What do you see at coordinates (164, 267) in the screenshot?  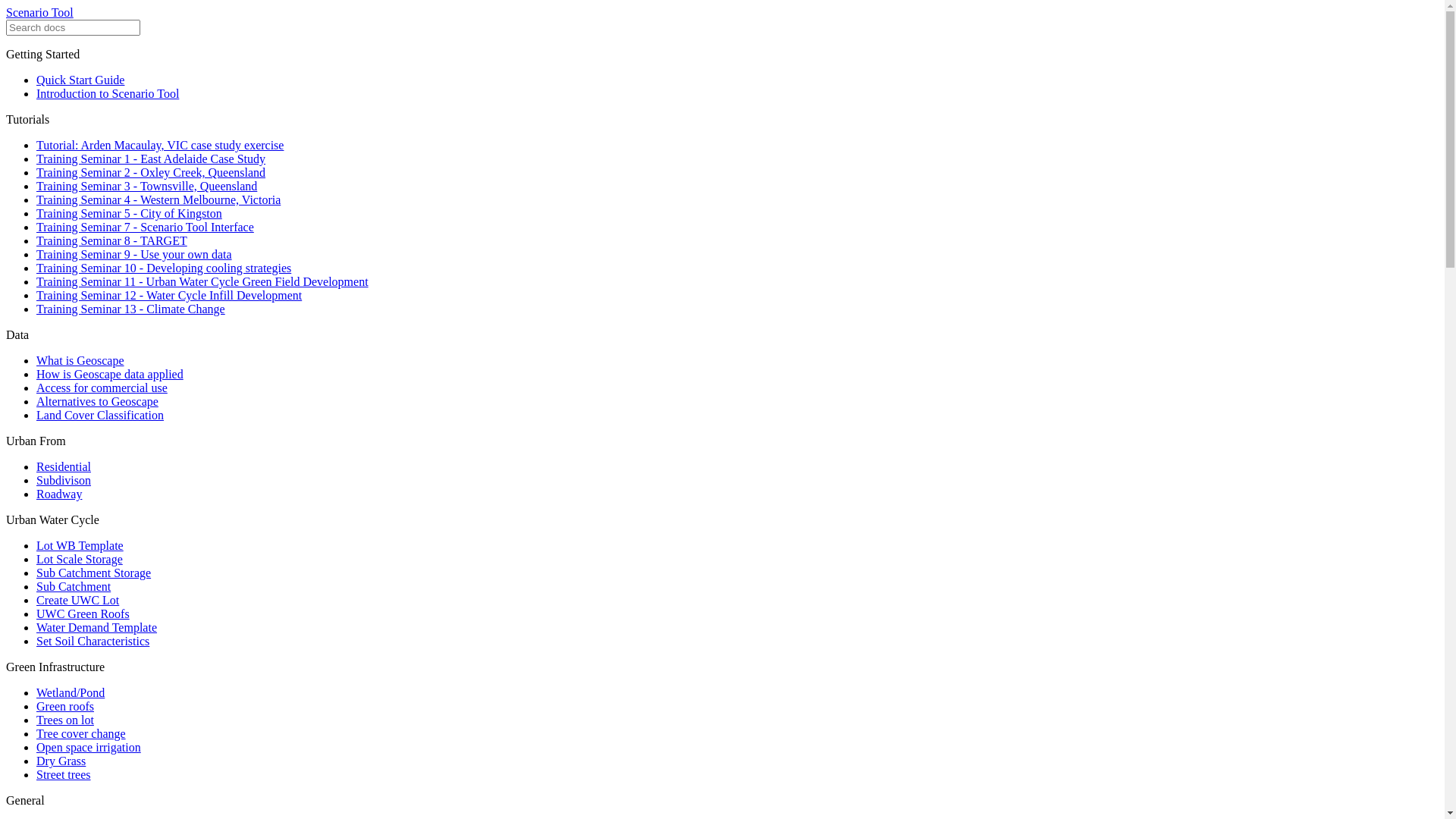 I see `'Training Seminar 10 - Developing cooling strategies'` at bounding box center [164, 267].